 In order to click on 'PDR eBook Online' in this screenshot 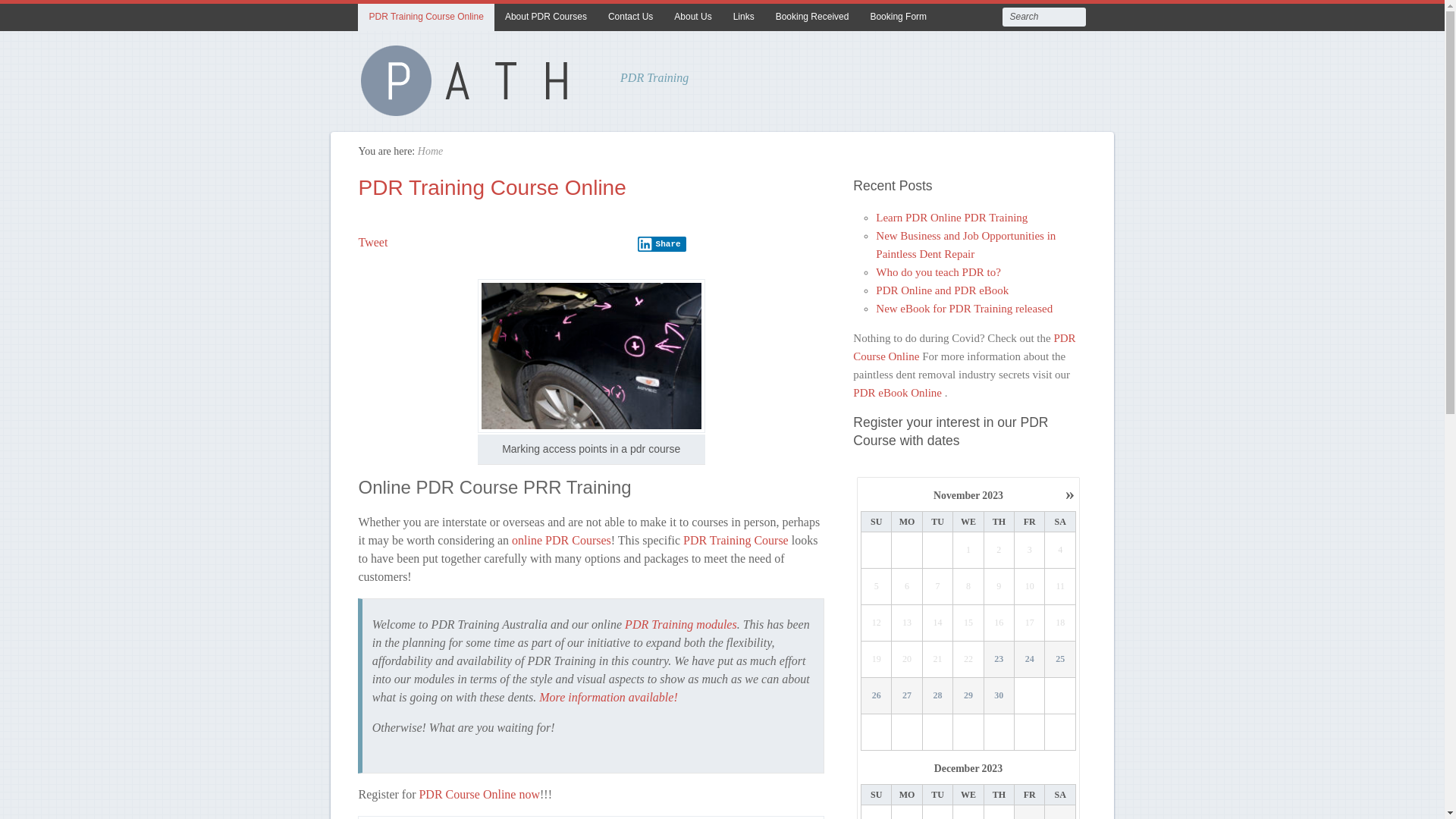, I will do `click(899, 391)`.